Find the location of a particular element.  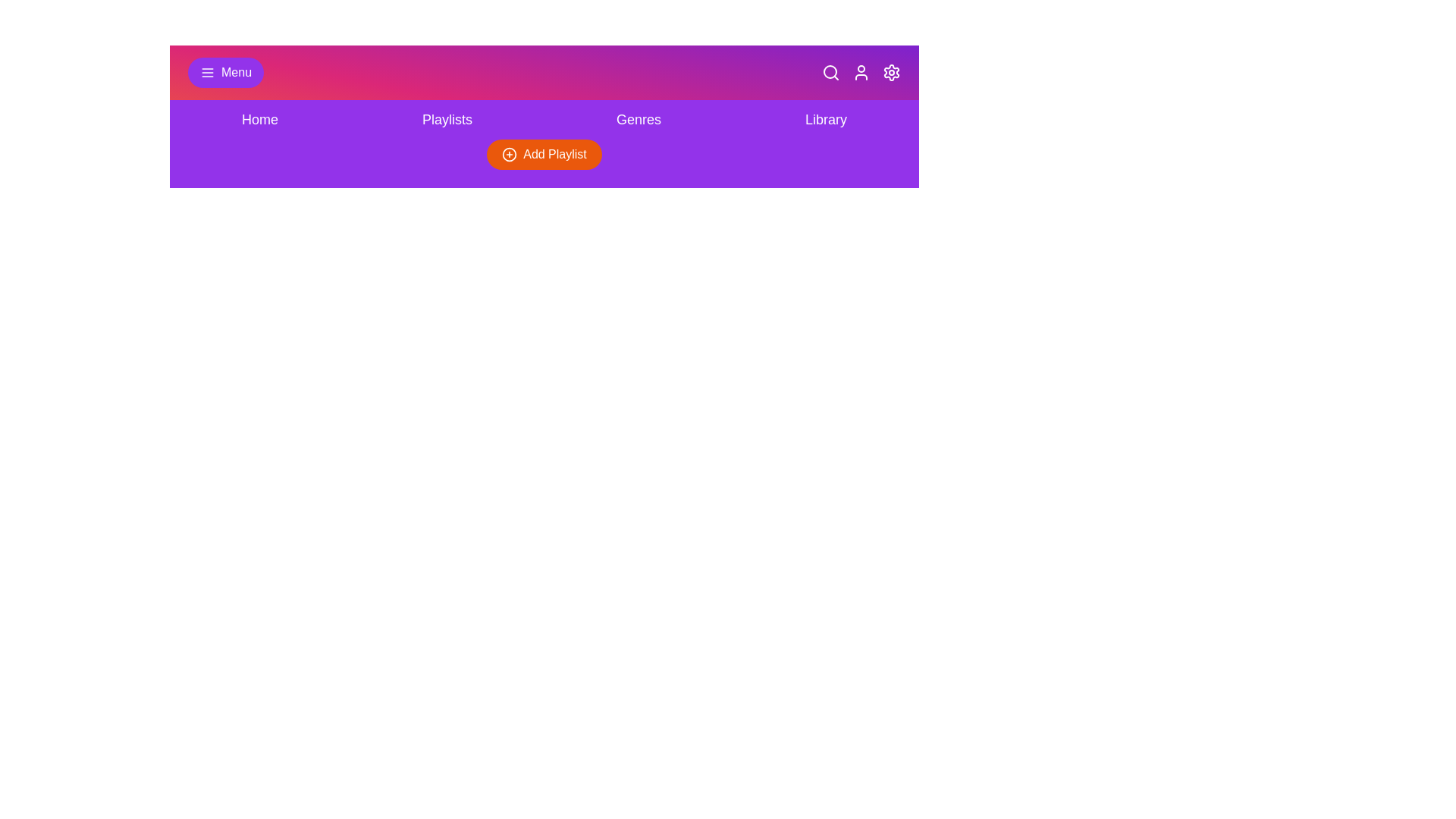

the navigation link corresponding to Library to navigate to that section is located at coordinates (825, 119).